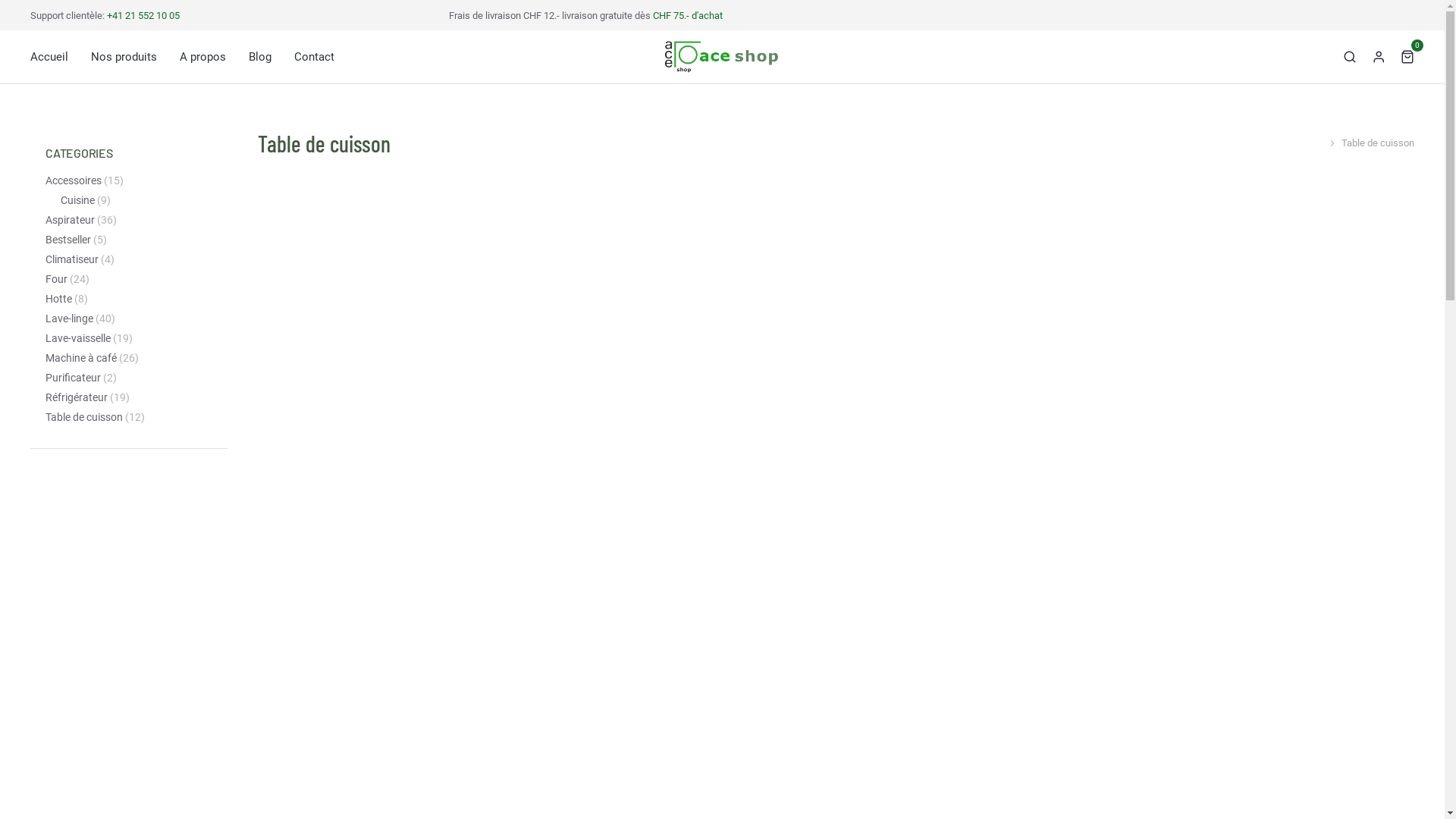  What do you see at coordinates (202, 55) in the screenshot?
I see `'A propos'` at bounding box center [202, 55].